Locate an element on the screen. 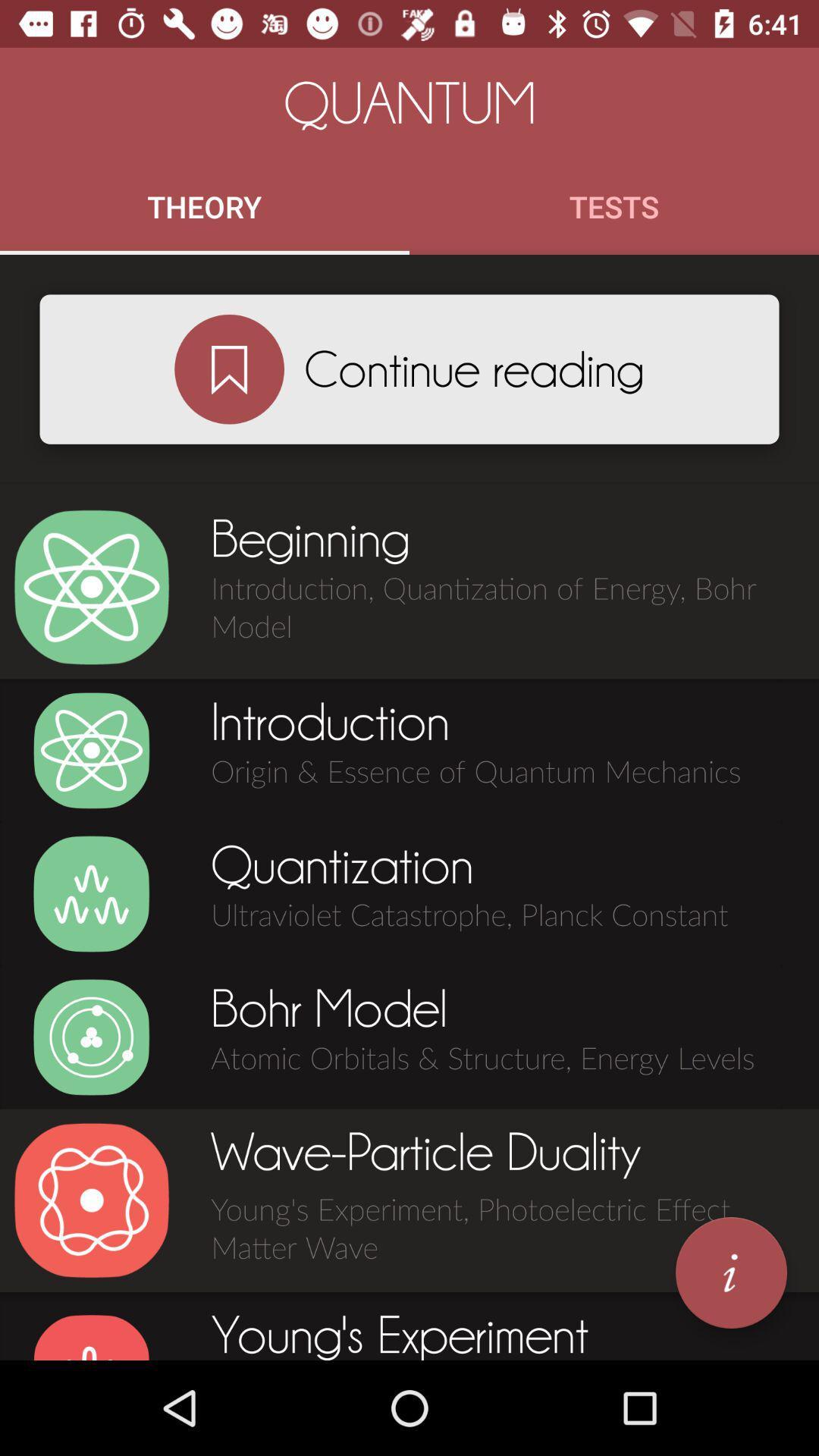 The image size is (819, 1456). icon at the bottom right corner is located at coordinates (730, 1272).